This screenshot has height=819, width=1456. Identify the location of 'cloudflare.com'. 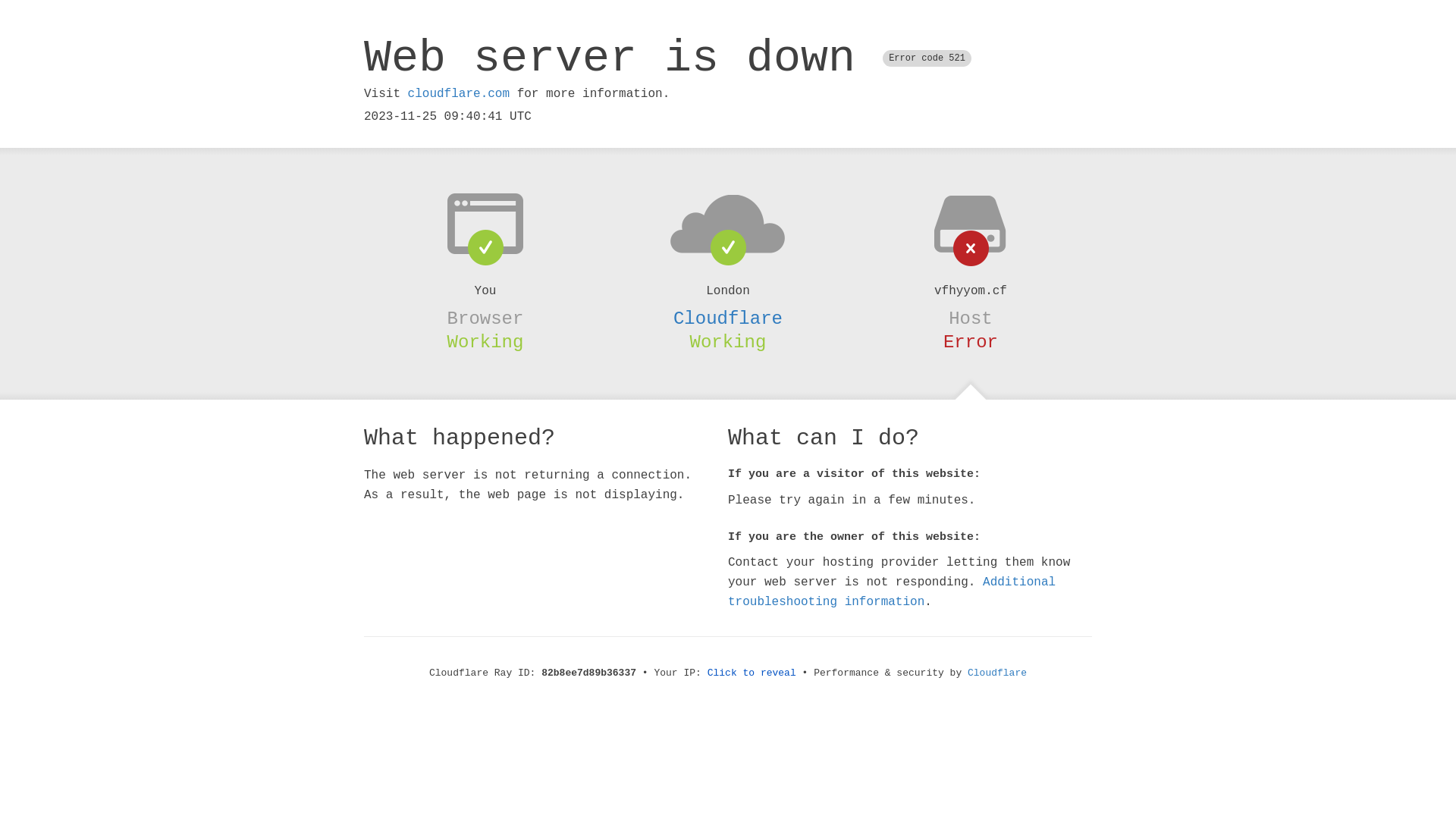
(457, 93).